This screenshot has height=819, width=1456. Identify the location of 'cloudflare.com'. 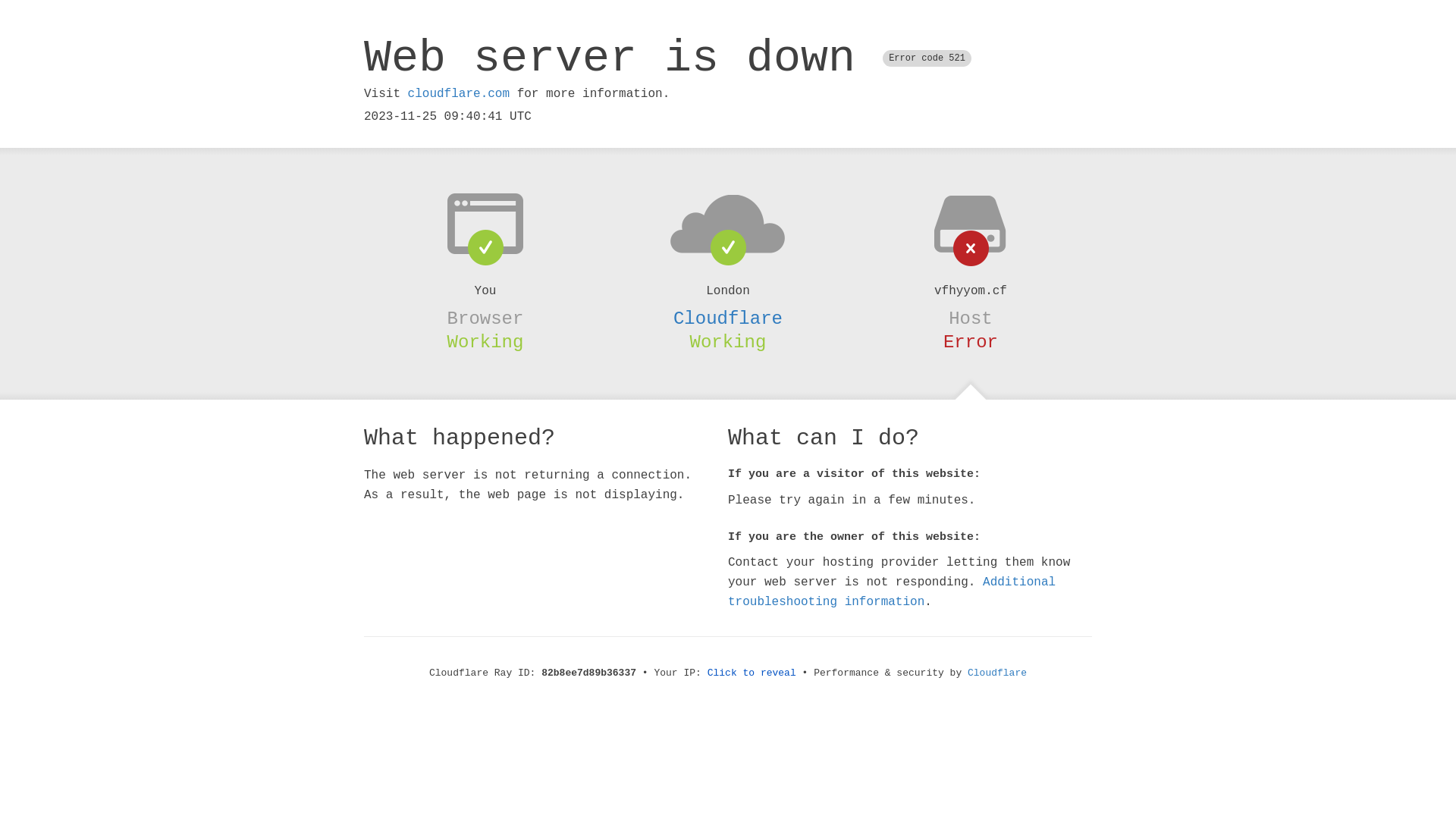
(457, 93).